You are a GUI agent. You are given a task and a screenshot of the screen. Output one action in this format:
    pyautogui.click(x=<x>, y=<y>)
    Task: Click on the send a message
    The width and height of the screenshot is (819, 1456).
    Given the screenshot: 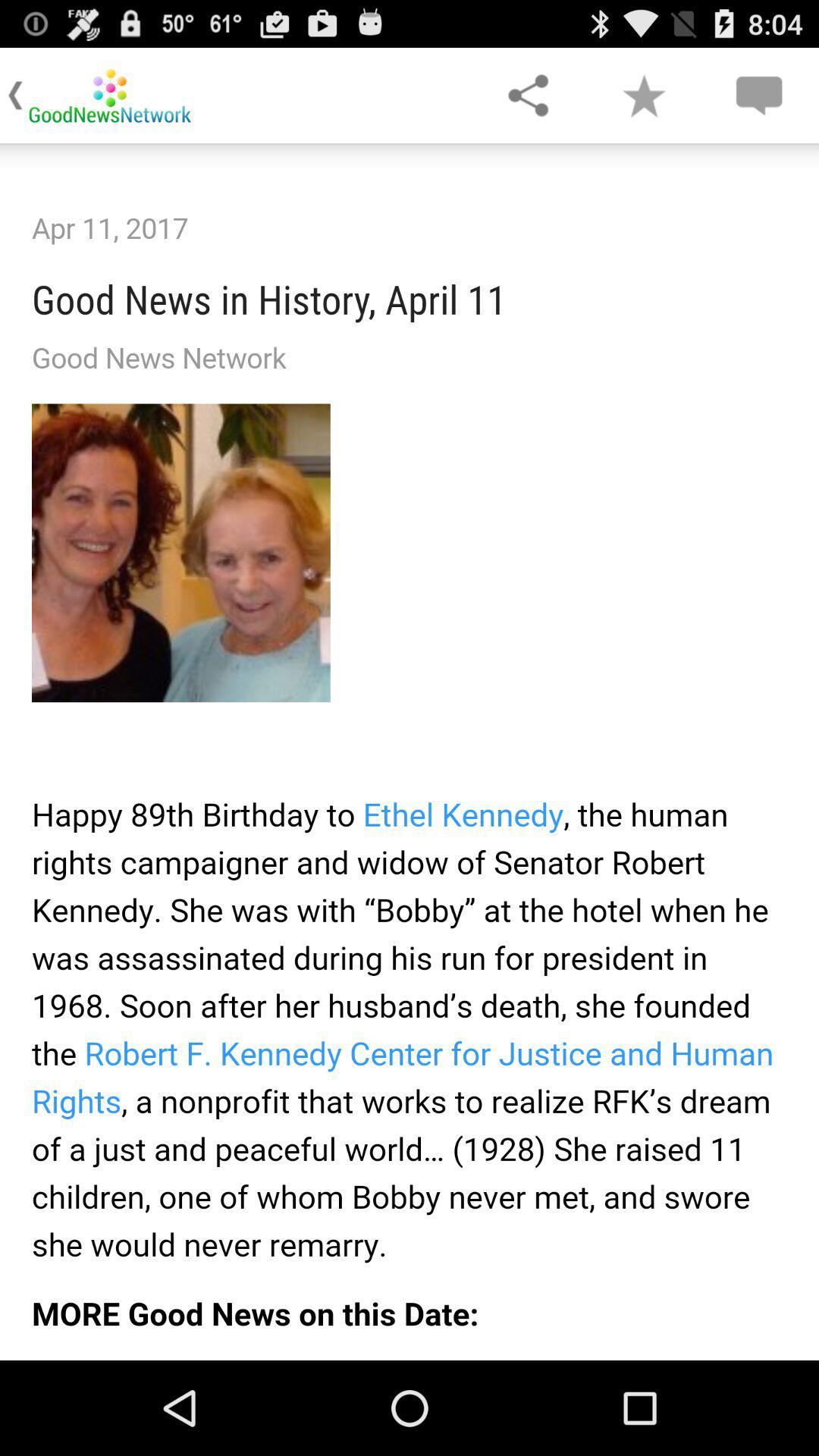 What is the action you would take?
    pyautogui.click(x=758, y=94)
    